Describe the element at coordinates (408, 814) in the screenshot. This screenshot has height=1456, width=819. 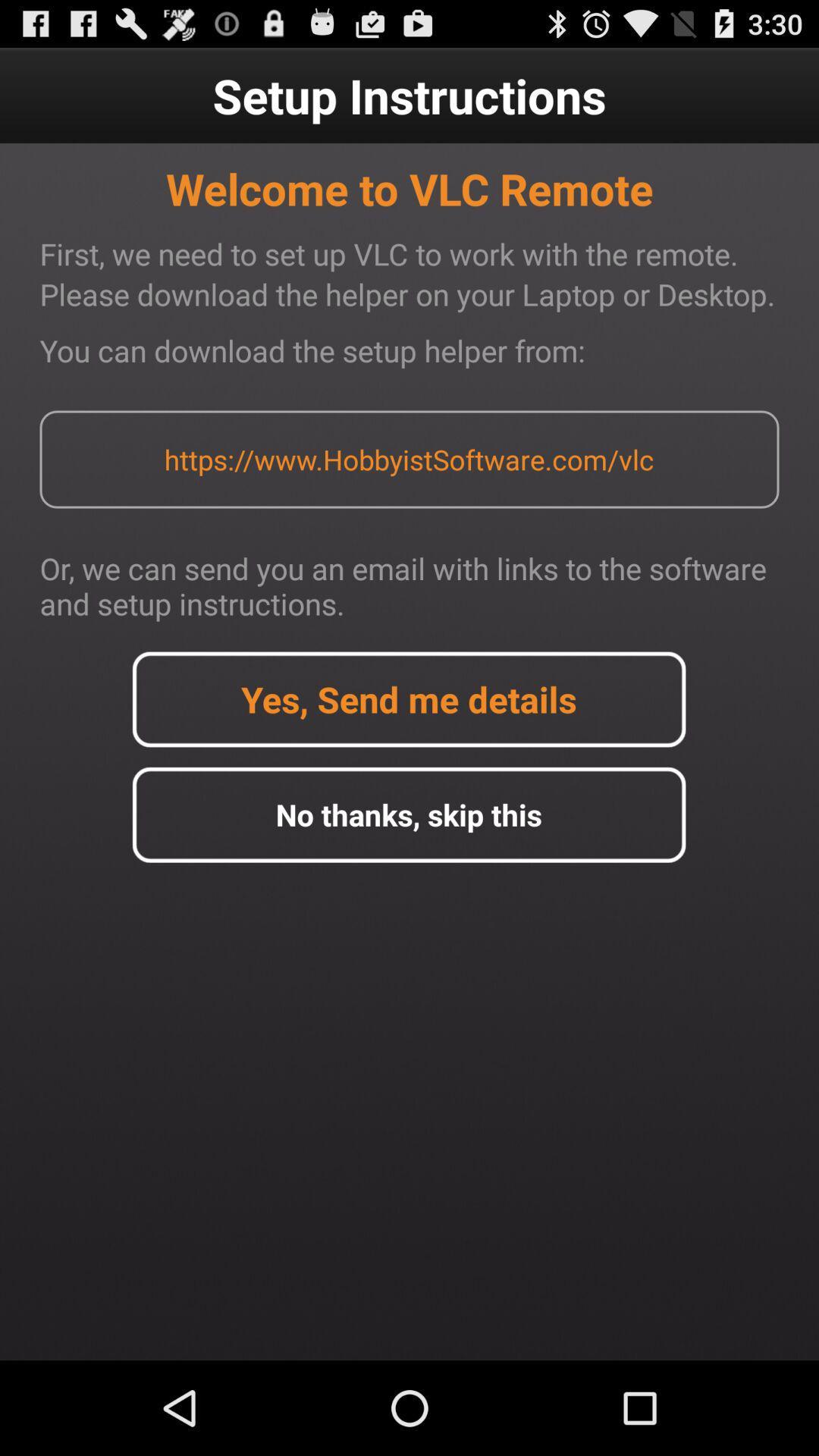
I see `skip button` at that location.